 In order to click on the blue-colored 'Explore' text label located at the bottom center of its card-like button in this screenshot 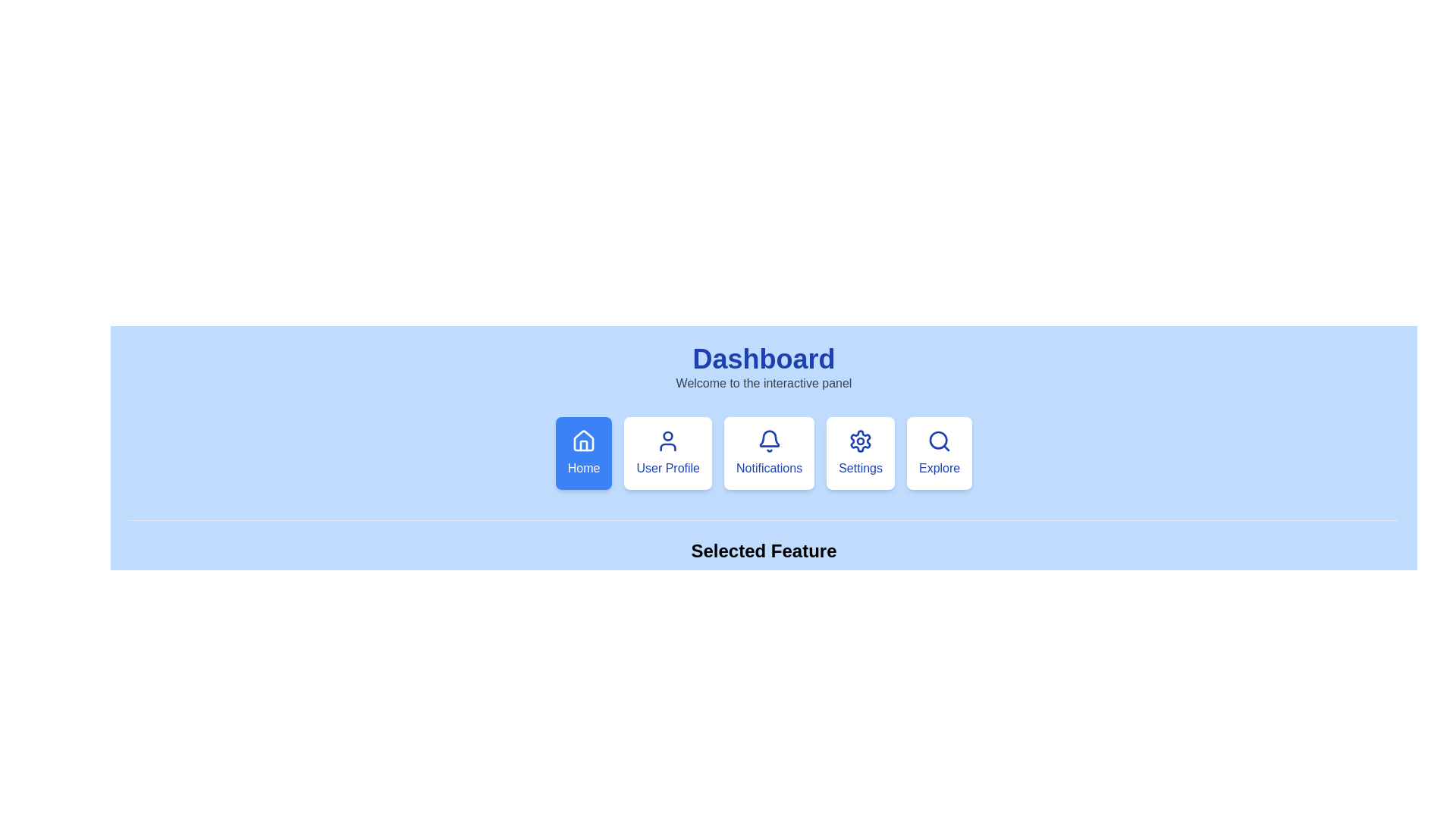, I will do `click(939, 467)`.